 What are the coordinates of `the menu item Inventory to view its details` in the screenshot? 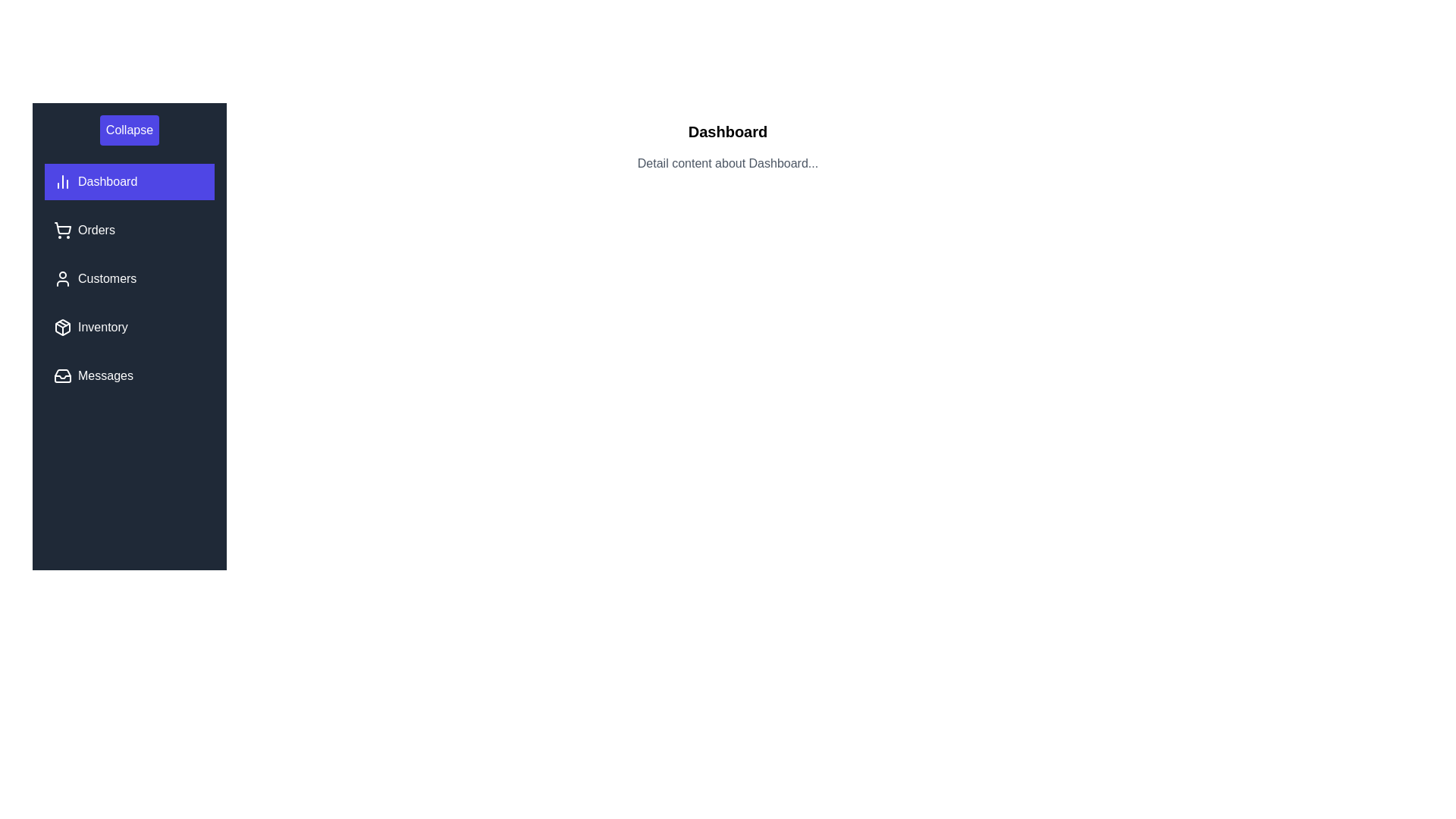 It's located at (130, 327).